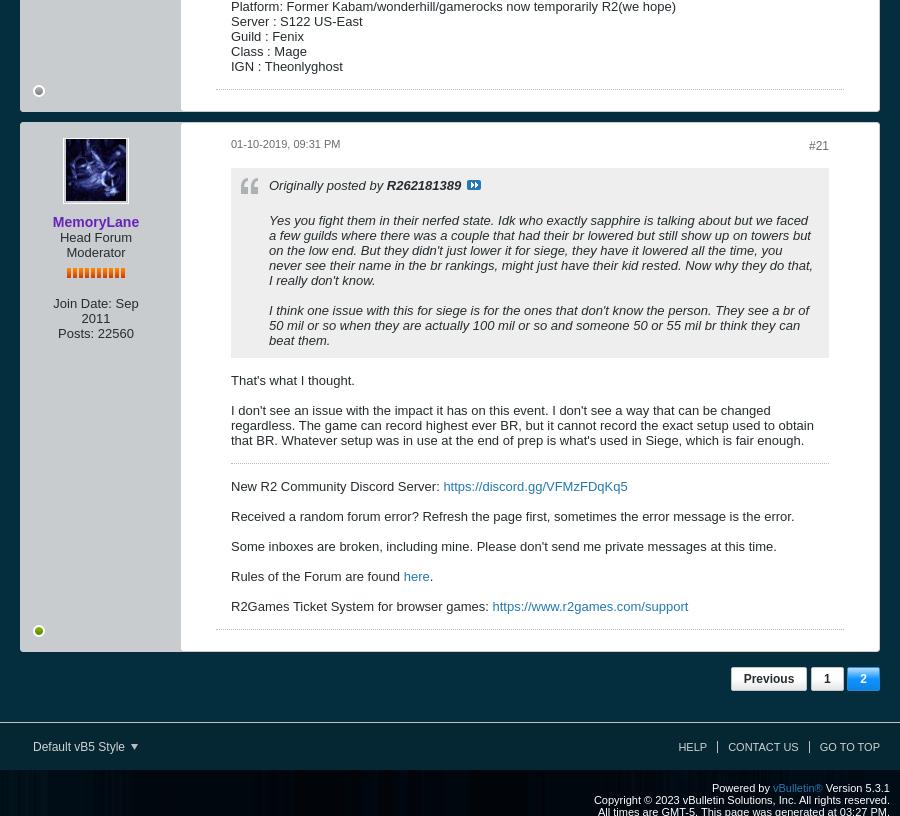  Describe the element at coordinates (335, 484) in the screenshot. I see `'New R2 Community Discord Server:'` at that location.